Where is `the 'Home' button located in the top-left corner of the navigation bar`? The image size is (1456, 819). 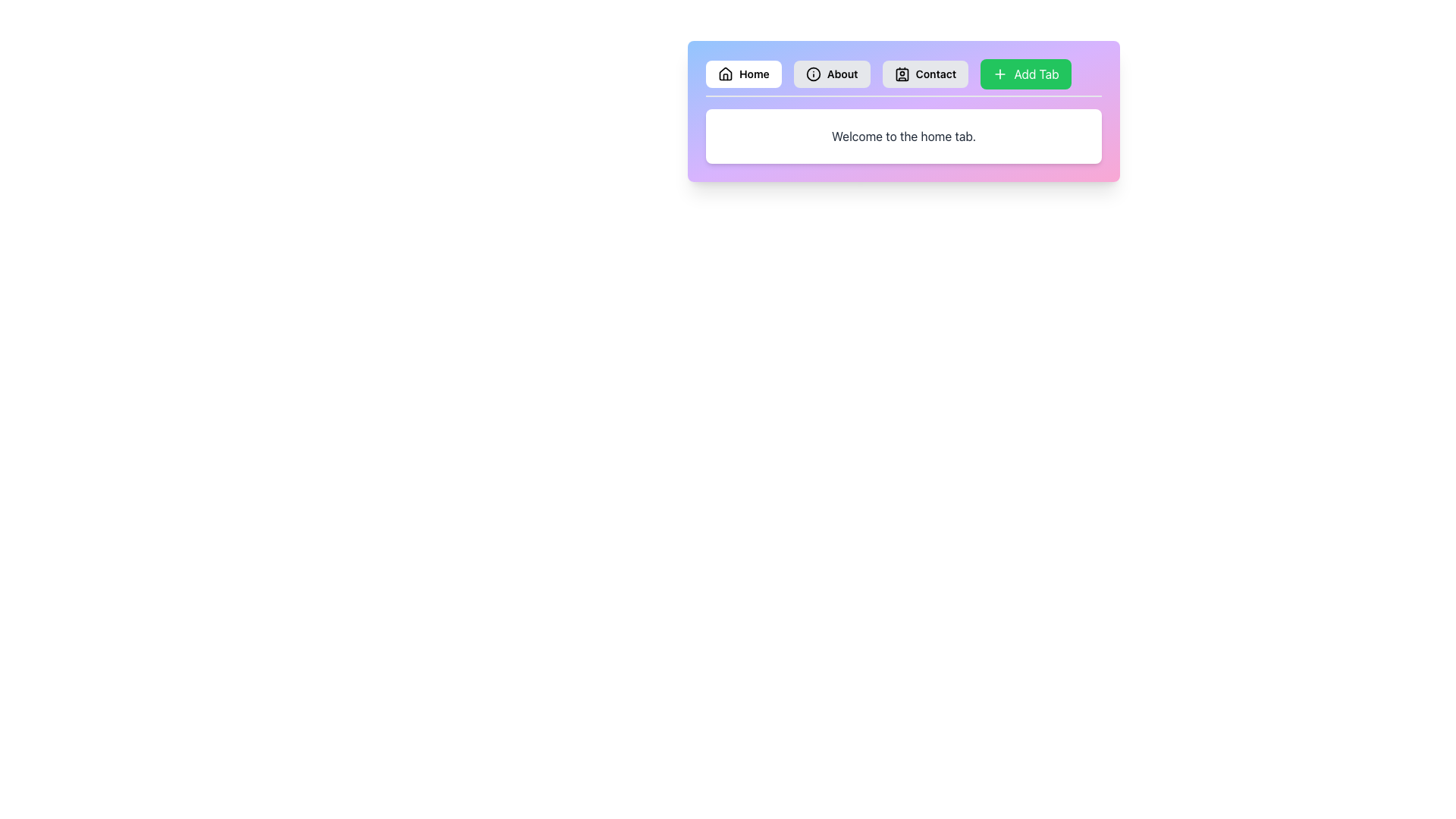
the 'Home' button located in the top-left corner of the navigation bar is located at coordinates (743, 74).